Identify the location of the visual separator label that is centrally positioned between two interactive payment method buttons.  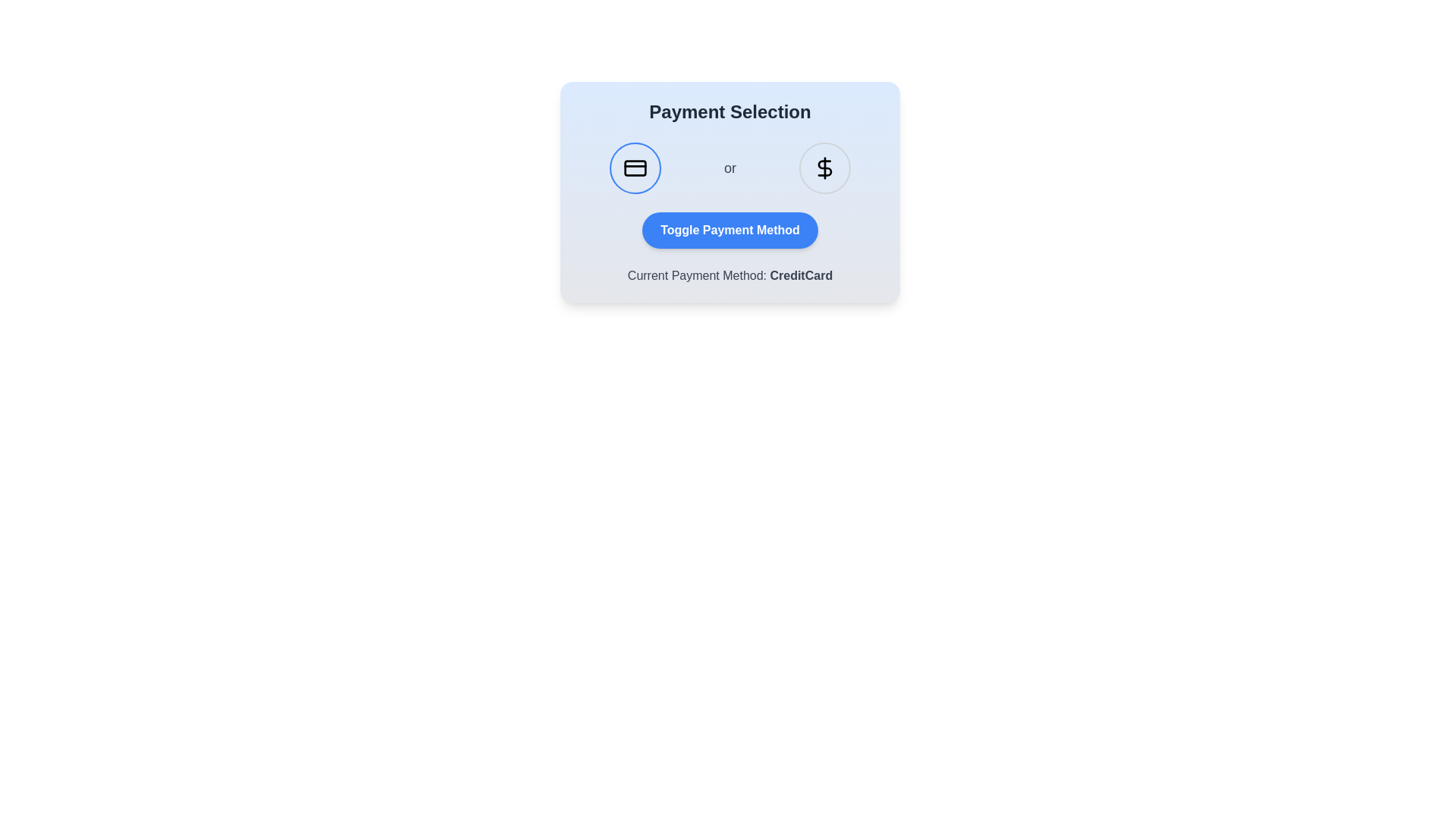
(730, 168).